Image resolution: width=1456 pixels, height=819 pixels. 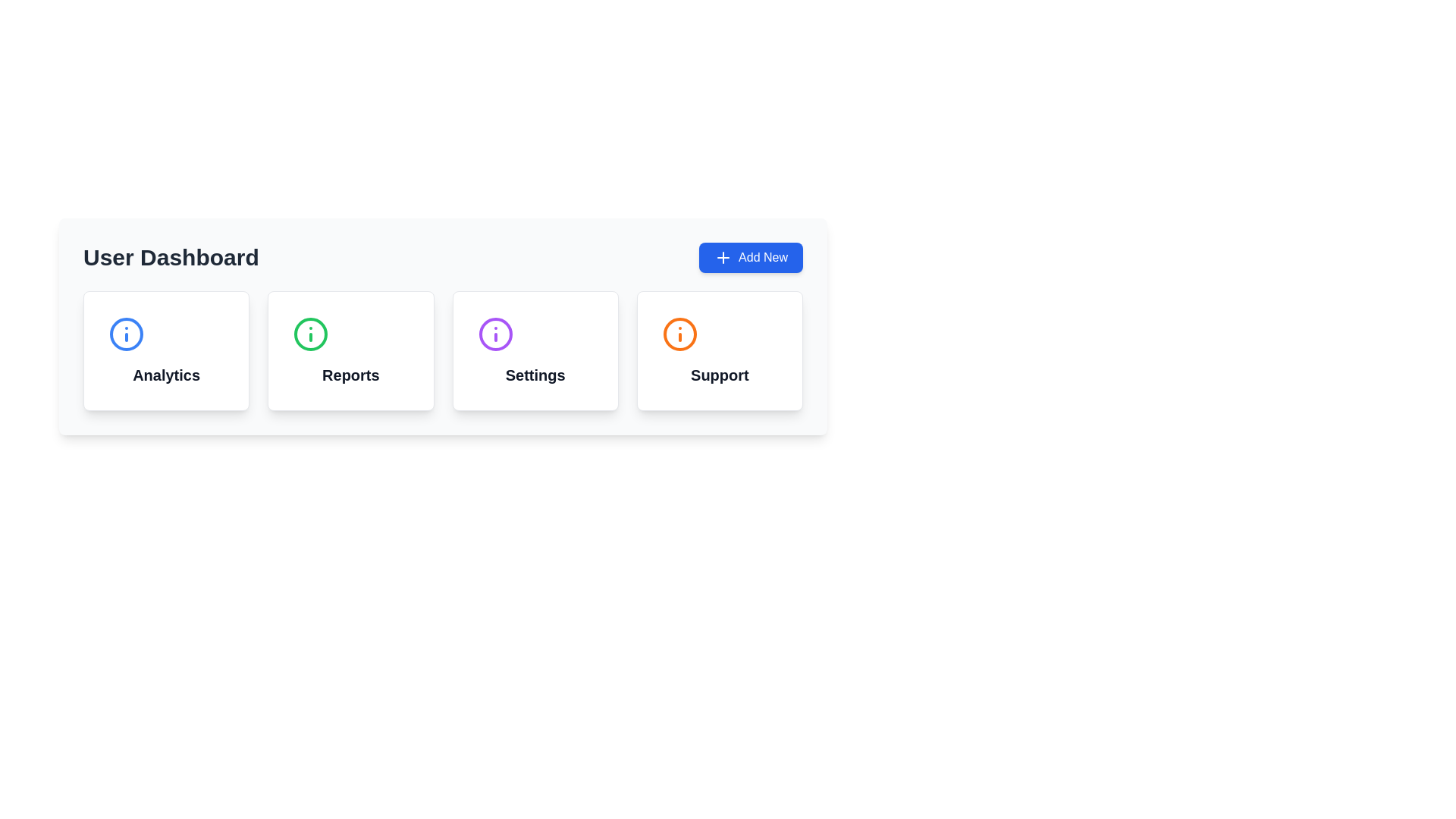 I want to click on the 'Support' text label, which is bold and prominently displayed in dark gray, located in the fourth box of a grid layout under an orange circular icon with an 'i', so click(x=719, y=375).